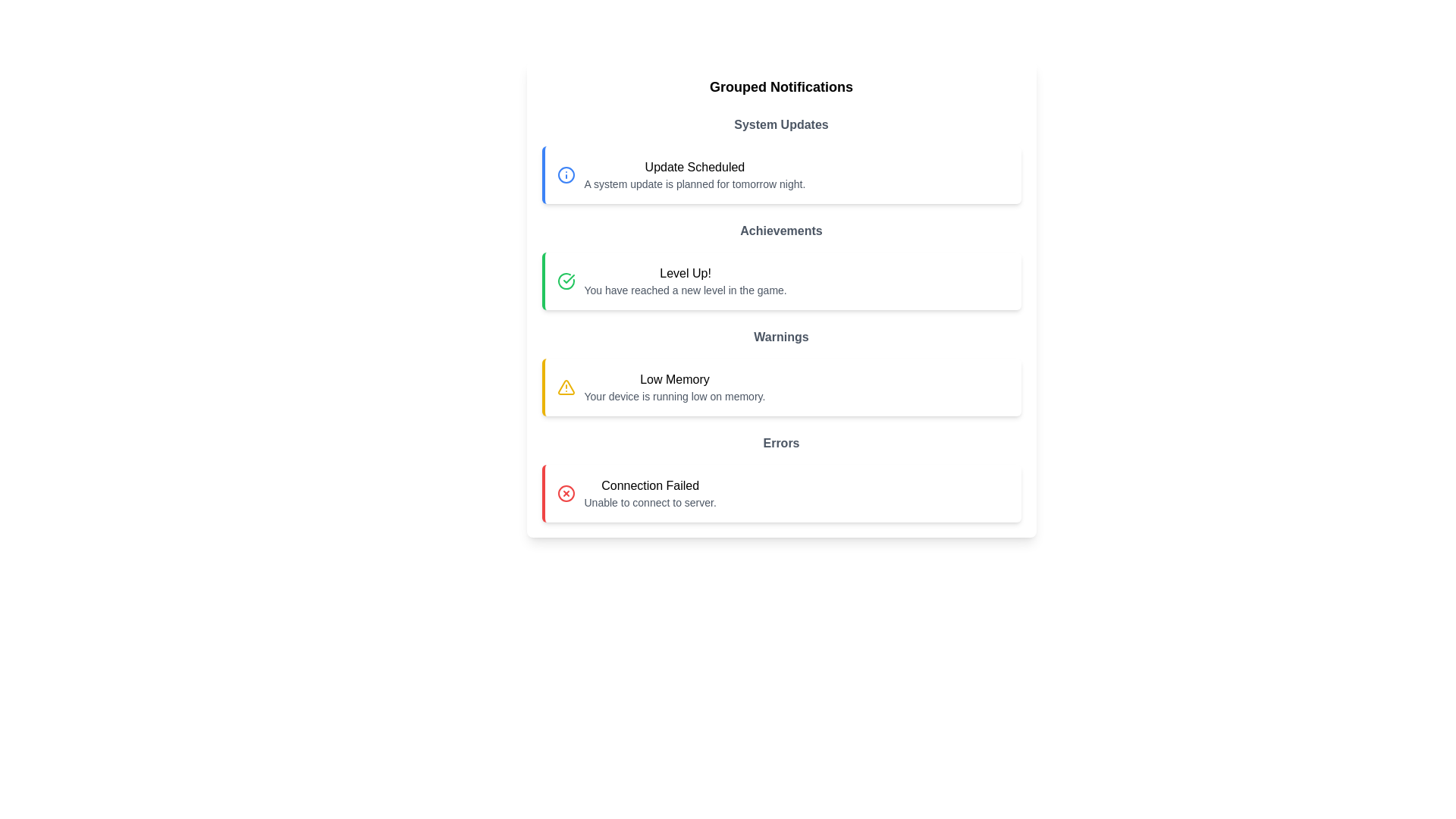 The image size is (1456, 819). Describe the element at coordinates (565, 174) in the screenshot. I see `the circular blue informational icon with a white background and blue strokes, located at the left edge of the 'Update Scheduled' notification card` at that location.